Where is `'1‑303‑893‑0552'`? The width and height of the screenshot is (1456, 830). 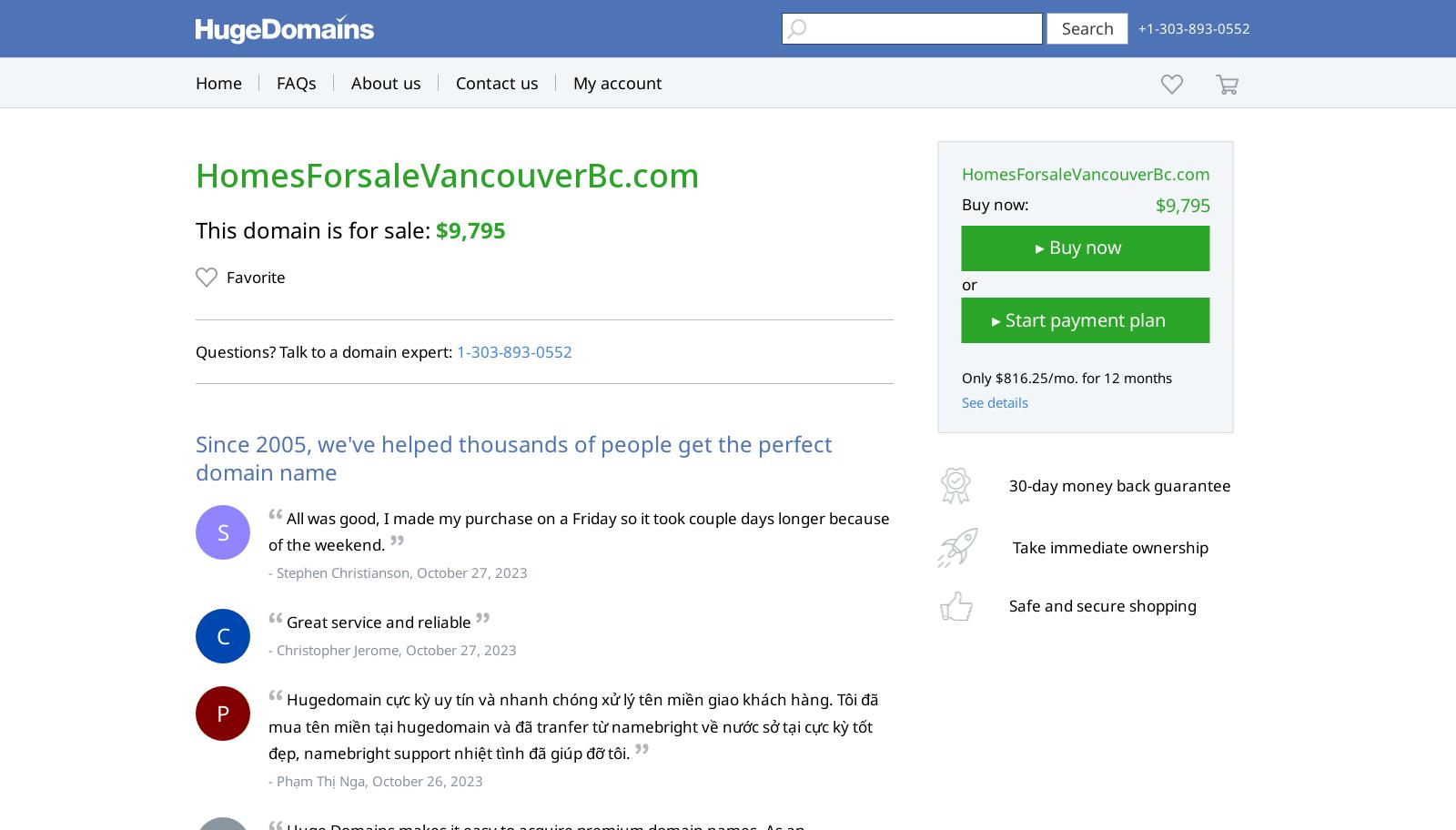 '1‑303‑893‑0552' is located at coordinates (512, 350).